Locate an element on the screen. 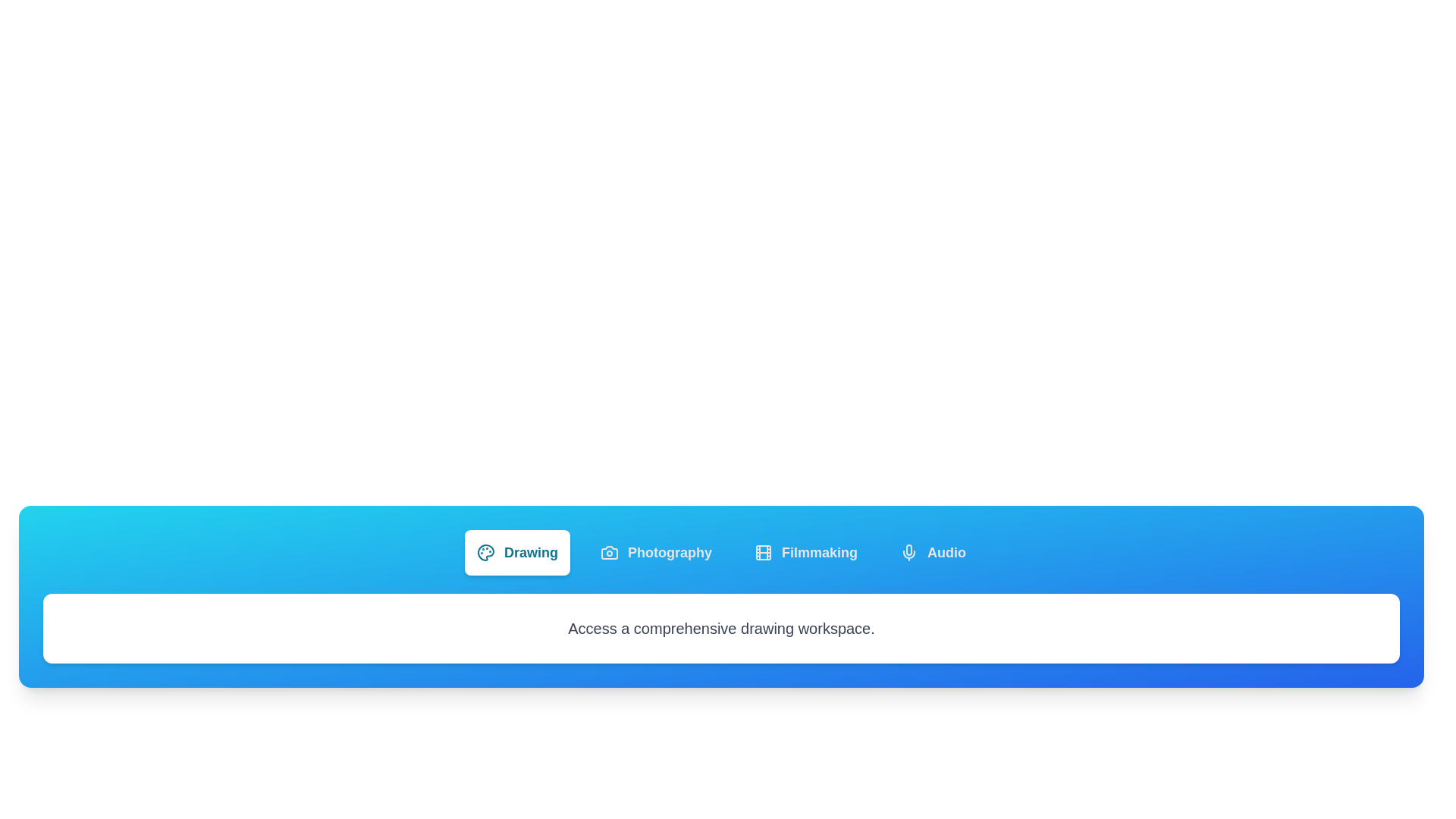  the tab labeled Audio to display its content is located at coordinates (931, 553).